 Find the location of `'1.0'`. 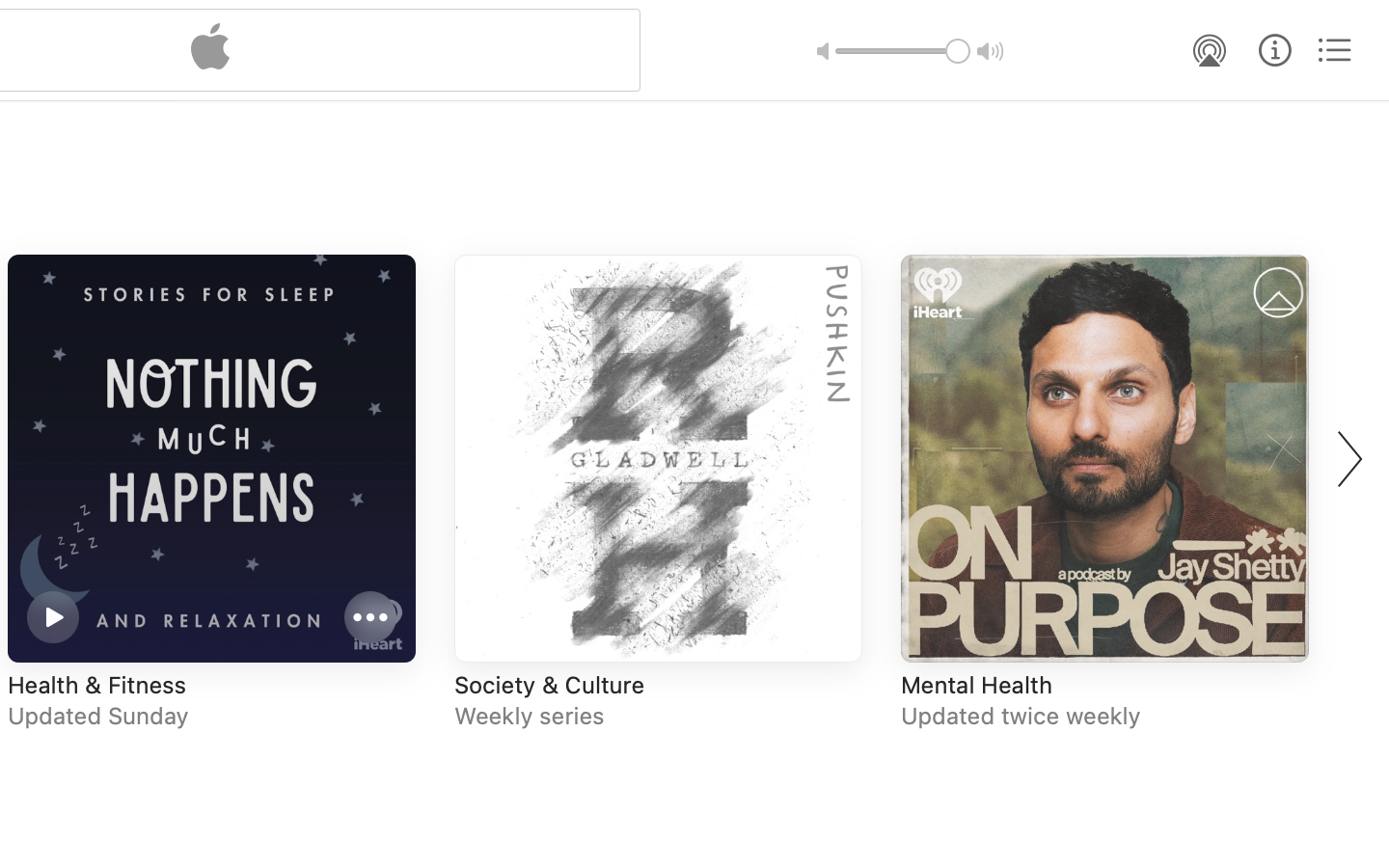

'1.0' is located at coordinates (903, 50).